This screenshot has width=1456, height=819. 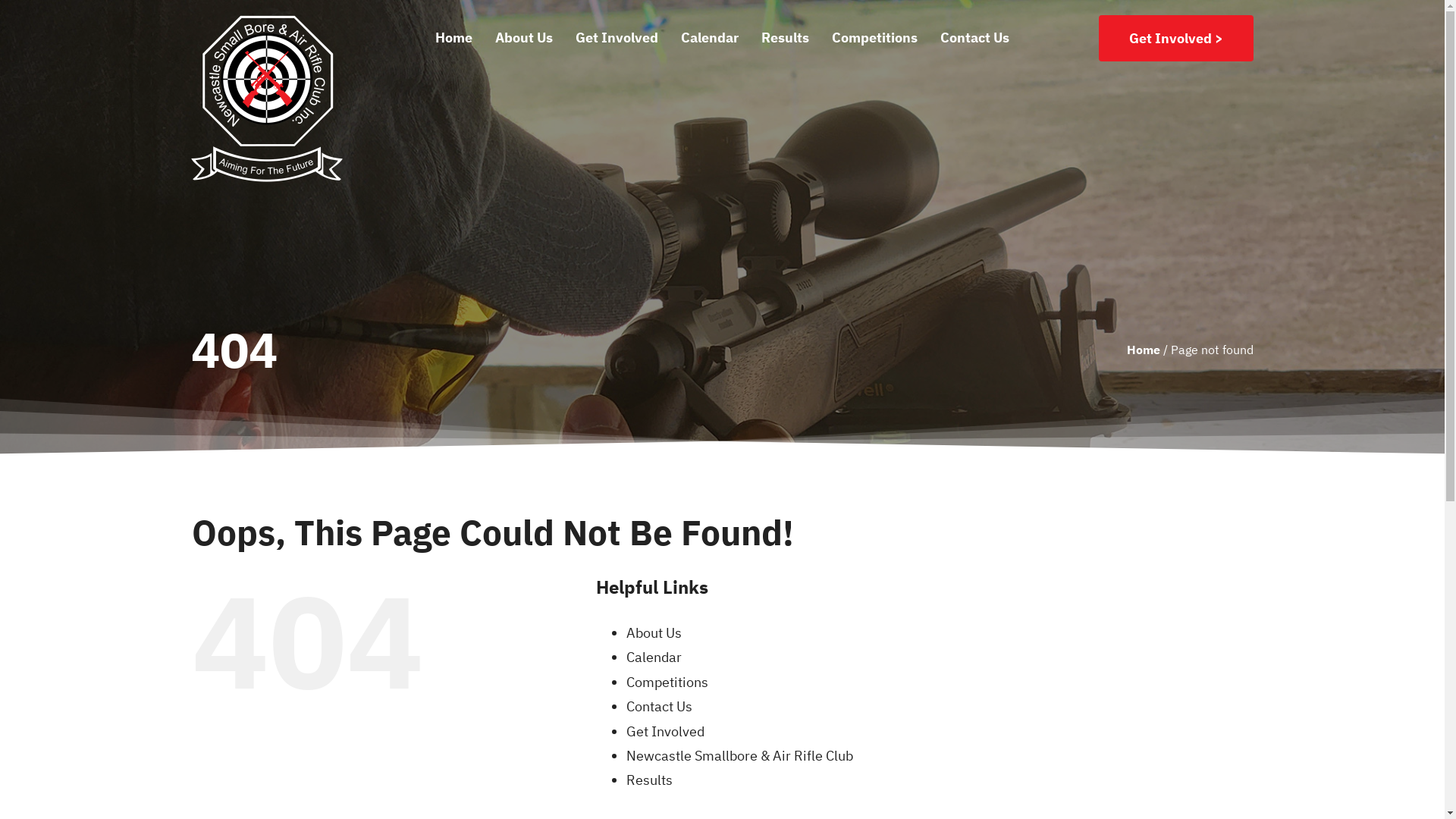 I want to click on 'Get Involved >', so click(x=1175, y=37).